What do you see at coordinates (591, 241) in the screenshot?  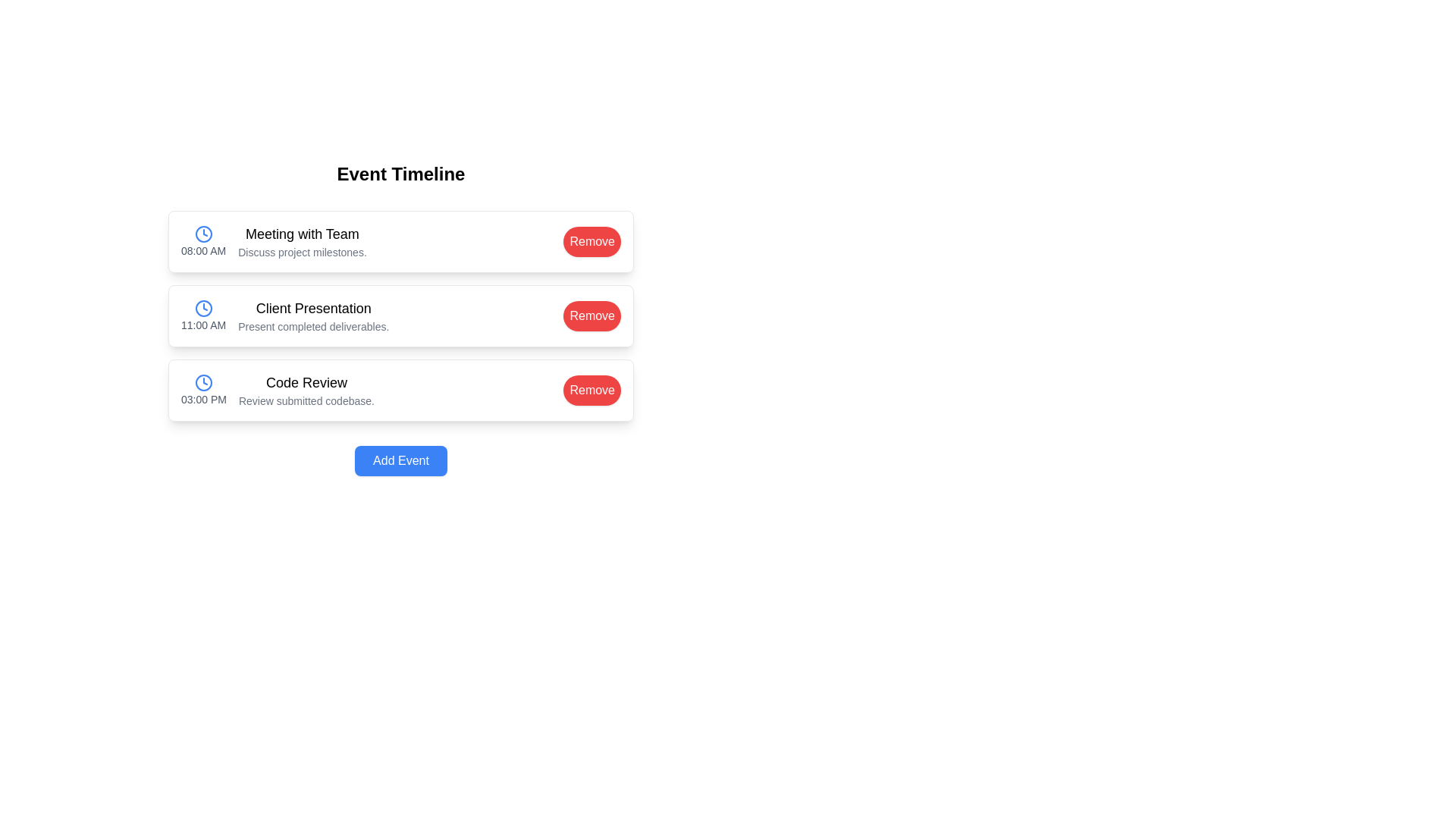 I see `the red 'Remove' button with white text located on the right side of the first row in the 'Event Timeline' list to change its color` at bounding box center [591, 241].